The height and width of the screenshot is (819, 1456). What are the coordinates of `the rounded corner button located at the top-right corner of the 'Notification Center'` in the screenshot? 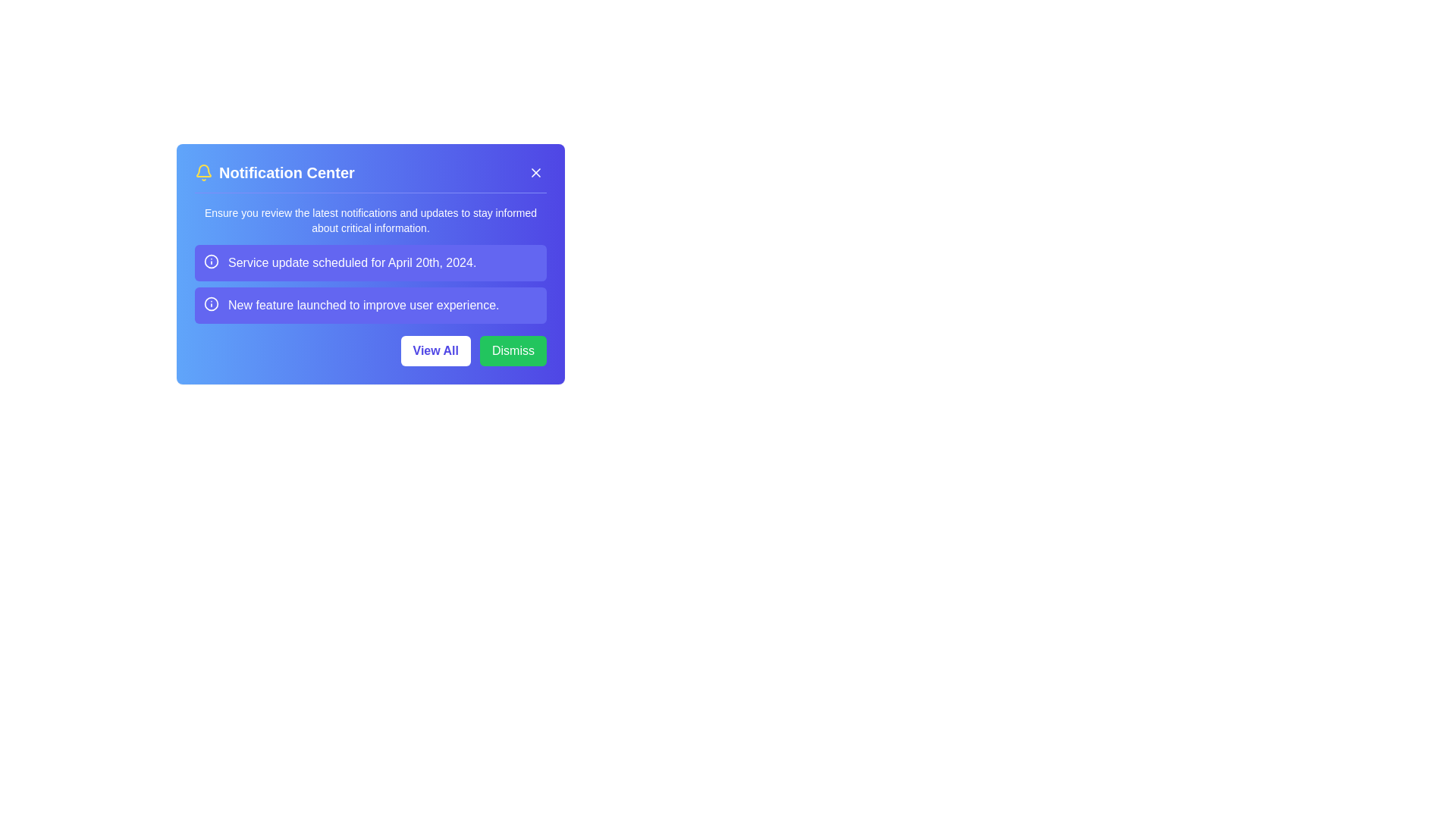 It's located at (535, 171).